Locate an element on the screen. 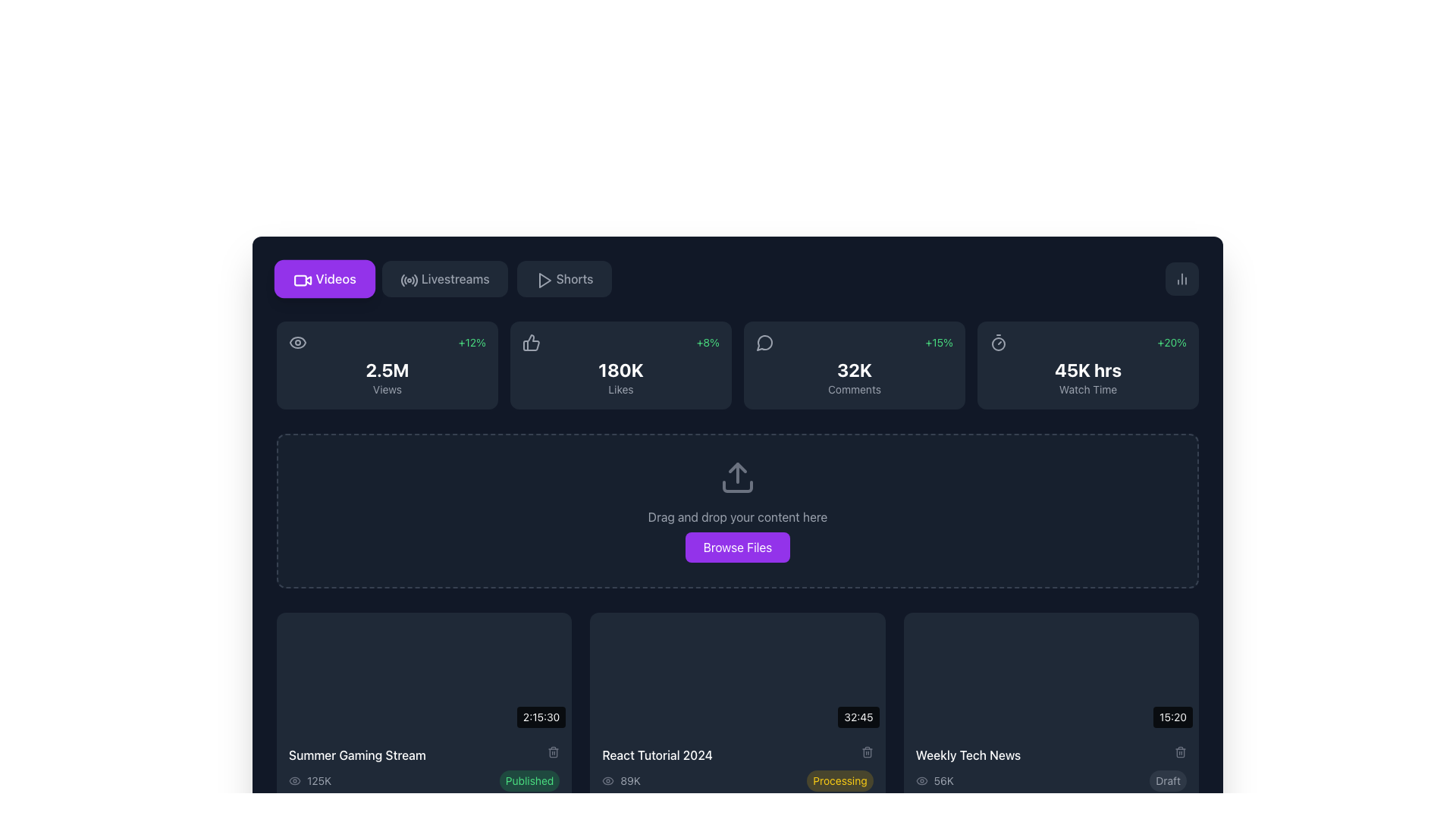 This screenshot has height=819, width=1456. the radio signal icon located in the top navigation bar, which is positioned between the 'Videos' tab and the 'Shorts' tab is located at coordinates (409, 281).